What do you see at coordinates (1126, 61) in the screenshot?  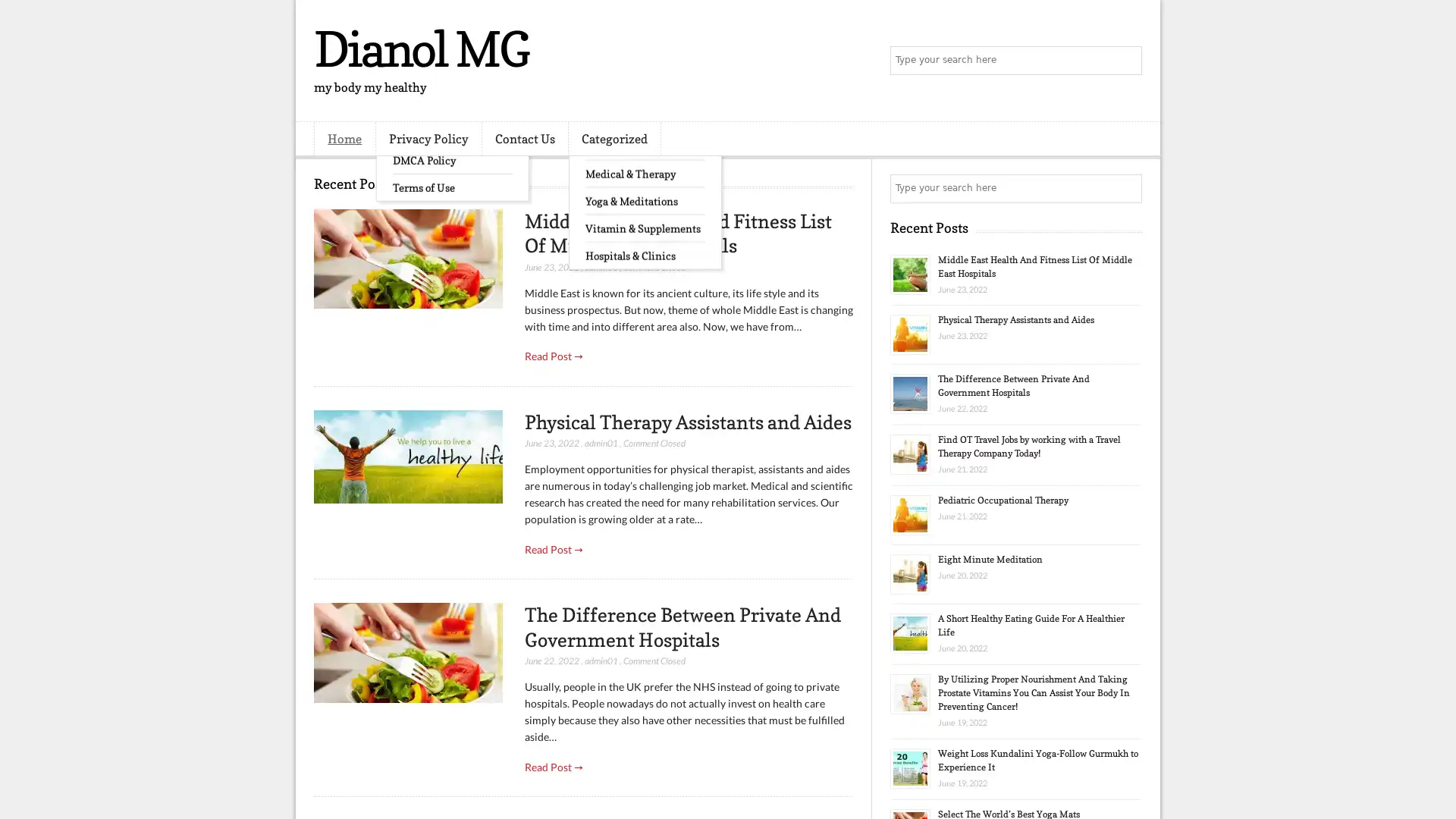 I see `Search` at bounding box center [1126, 61].